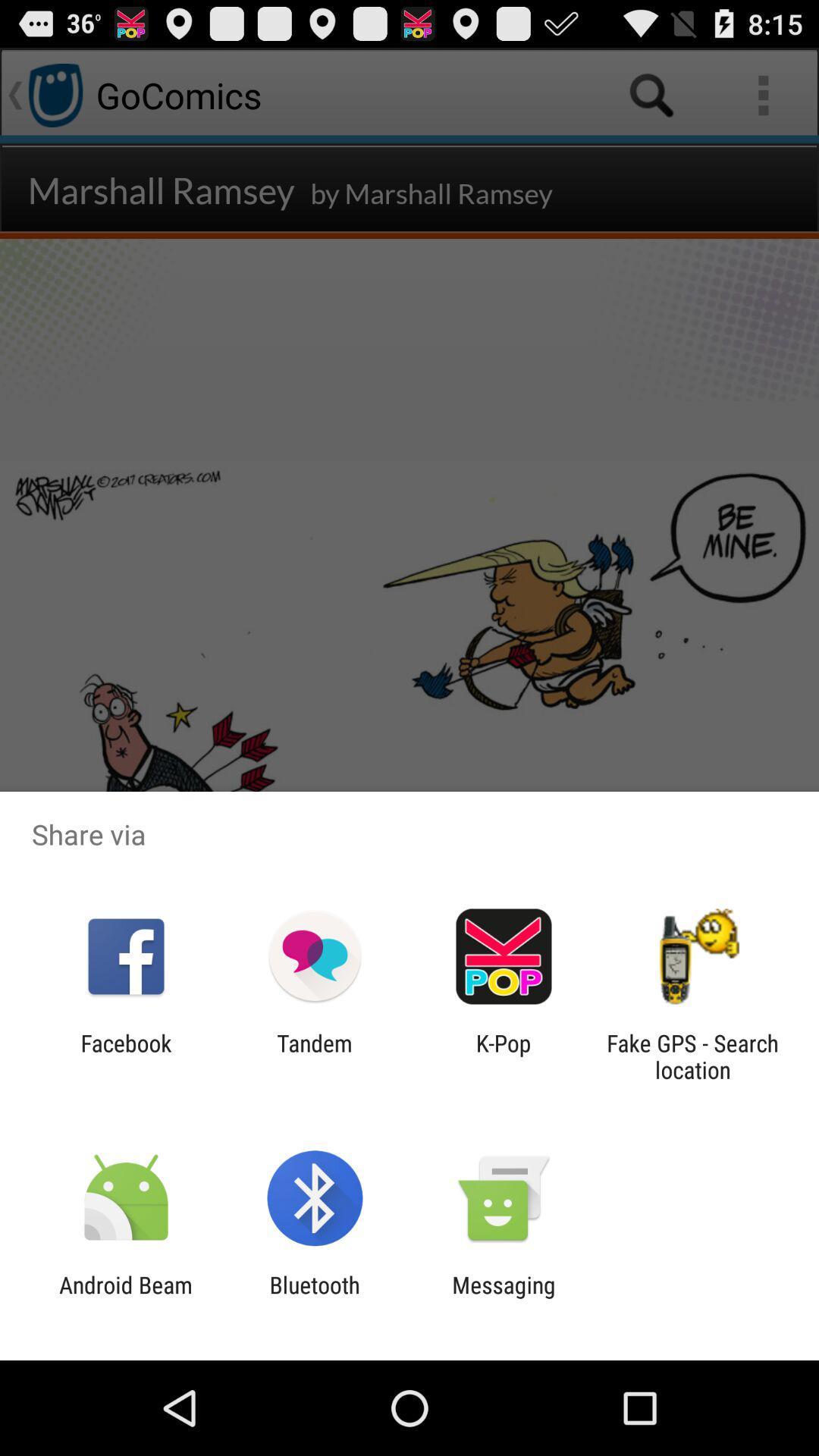 The image size is (819, 1456). I want to click on icon to the left of the messaging item, so click(314, 1298).